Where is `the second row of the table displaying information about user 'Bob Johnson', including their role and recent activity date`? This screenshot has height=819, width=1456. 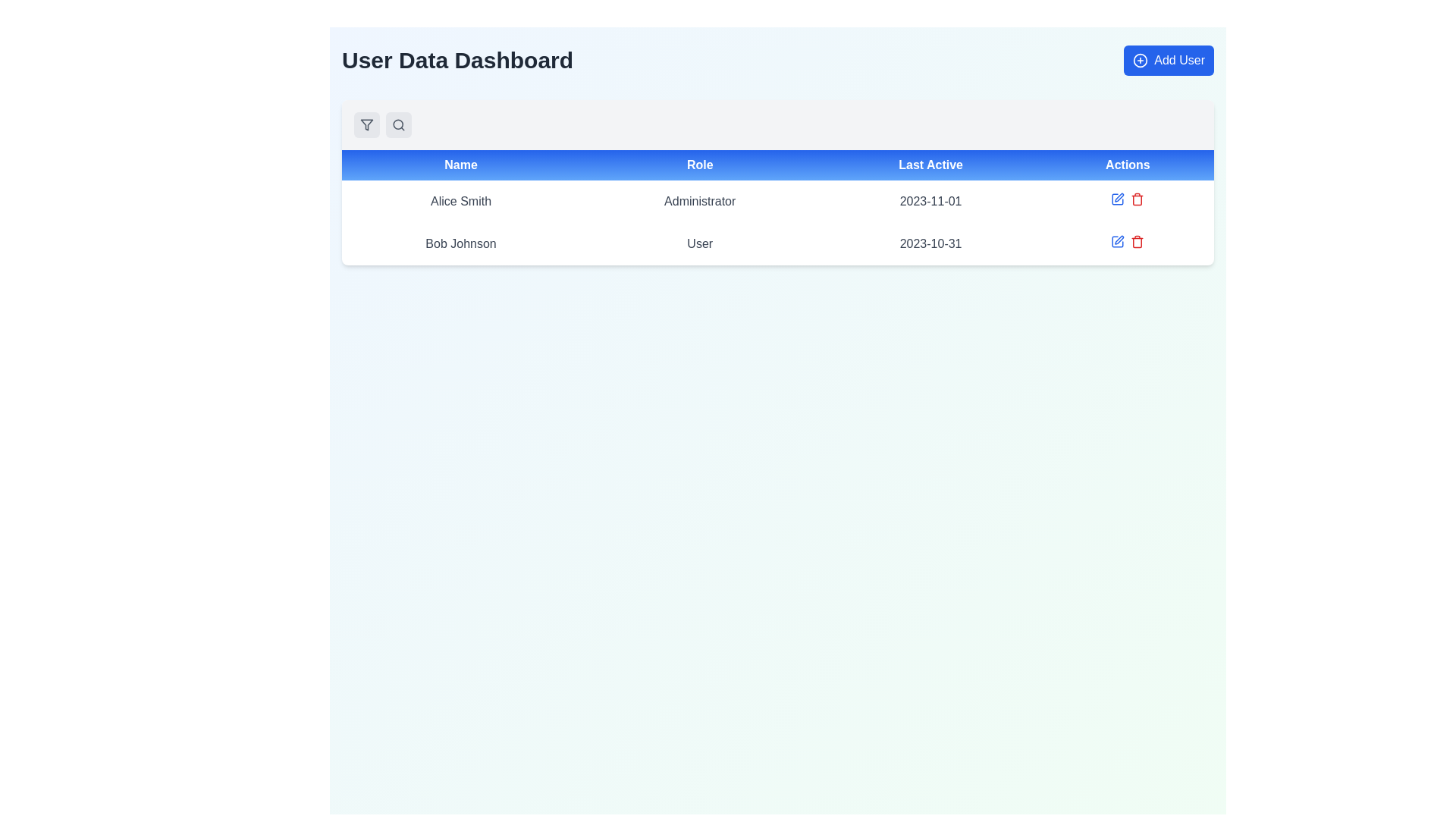 the second row of the table displaying information about user 'Bob Johnson', including their role and recent activity date is located at coordinates (778, 243).